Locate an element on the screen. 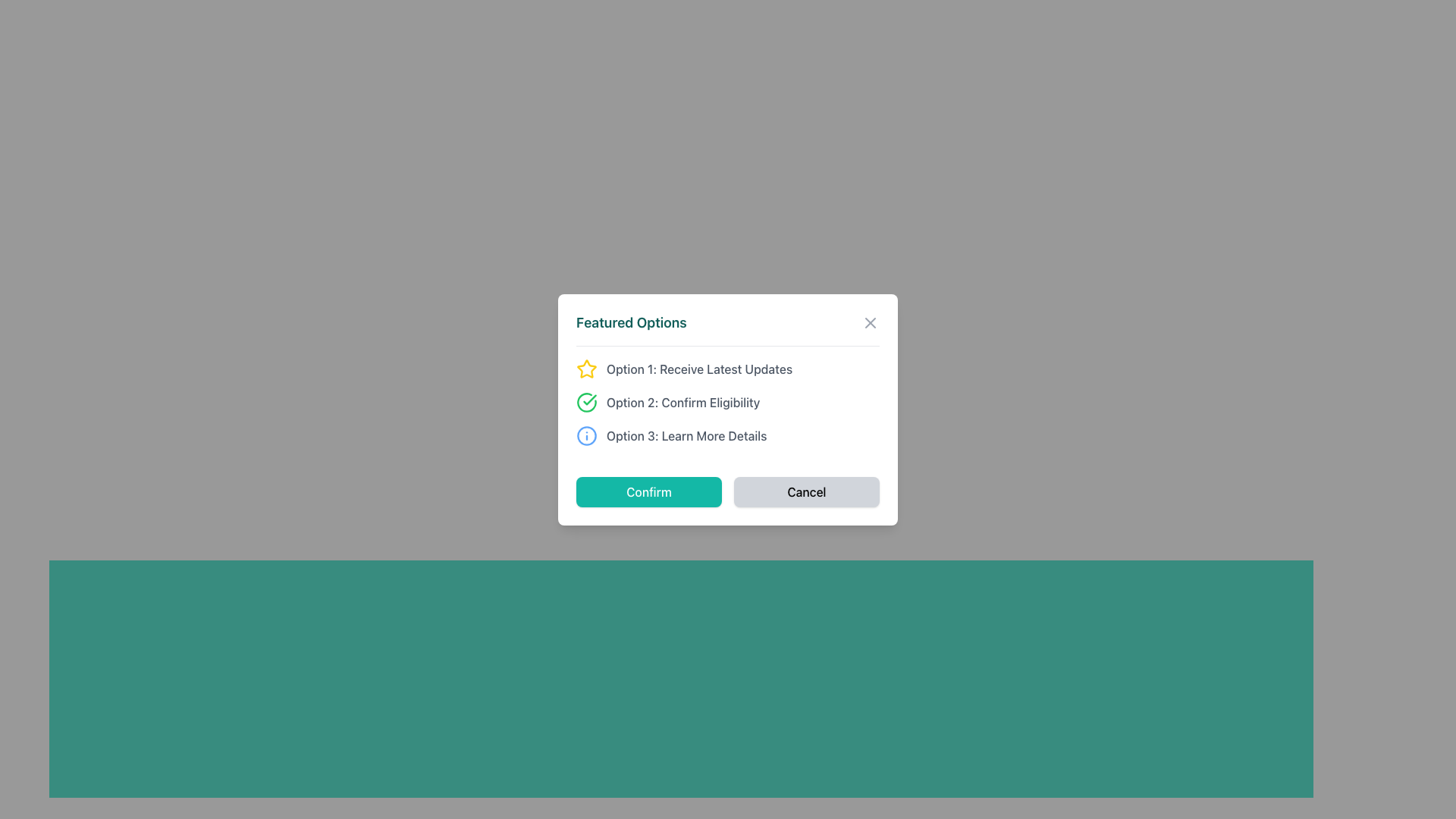 This screenshot has height=819, width=1456. the circular green checkmark icon located to the left of the text 'Option 2: Confirm Eligibility', which indicates a successful status is located at coordinates (585, 401).